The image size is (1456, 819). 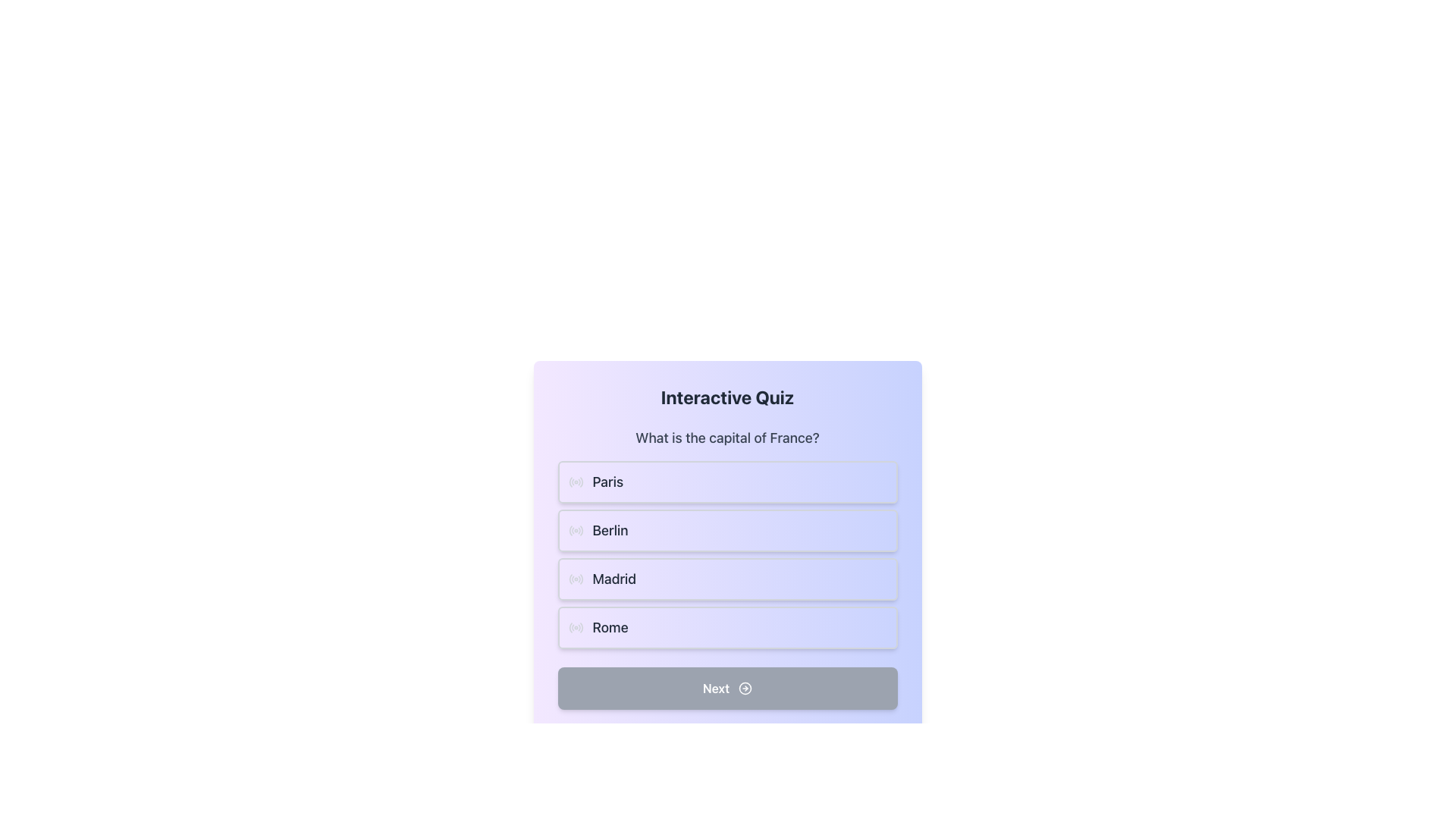 What do you see at coordinates (726, 628) in the screenshot?
I see `the radio button option labeled 'Rome'` at bounding box center [726, 628].